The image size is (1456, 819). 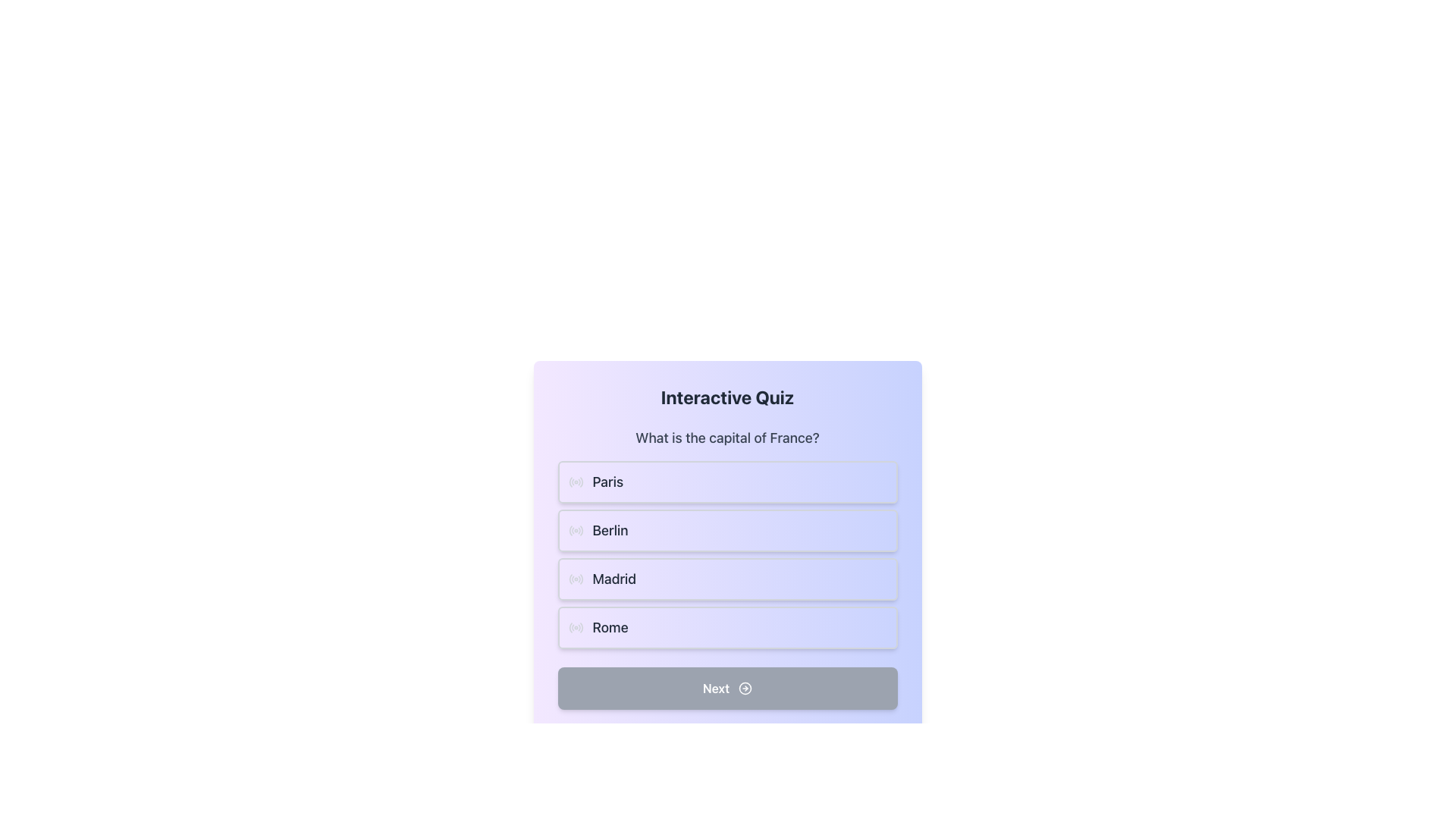 What do you see at coordinates (726, 628) in the screenshot?
I see `the radio button option labeled 'Rome'` at bounding box center [726, 628].